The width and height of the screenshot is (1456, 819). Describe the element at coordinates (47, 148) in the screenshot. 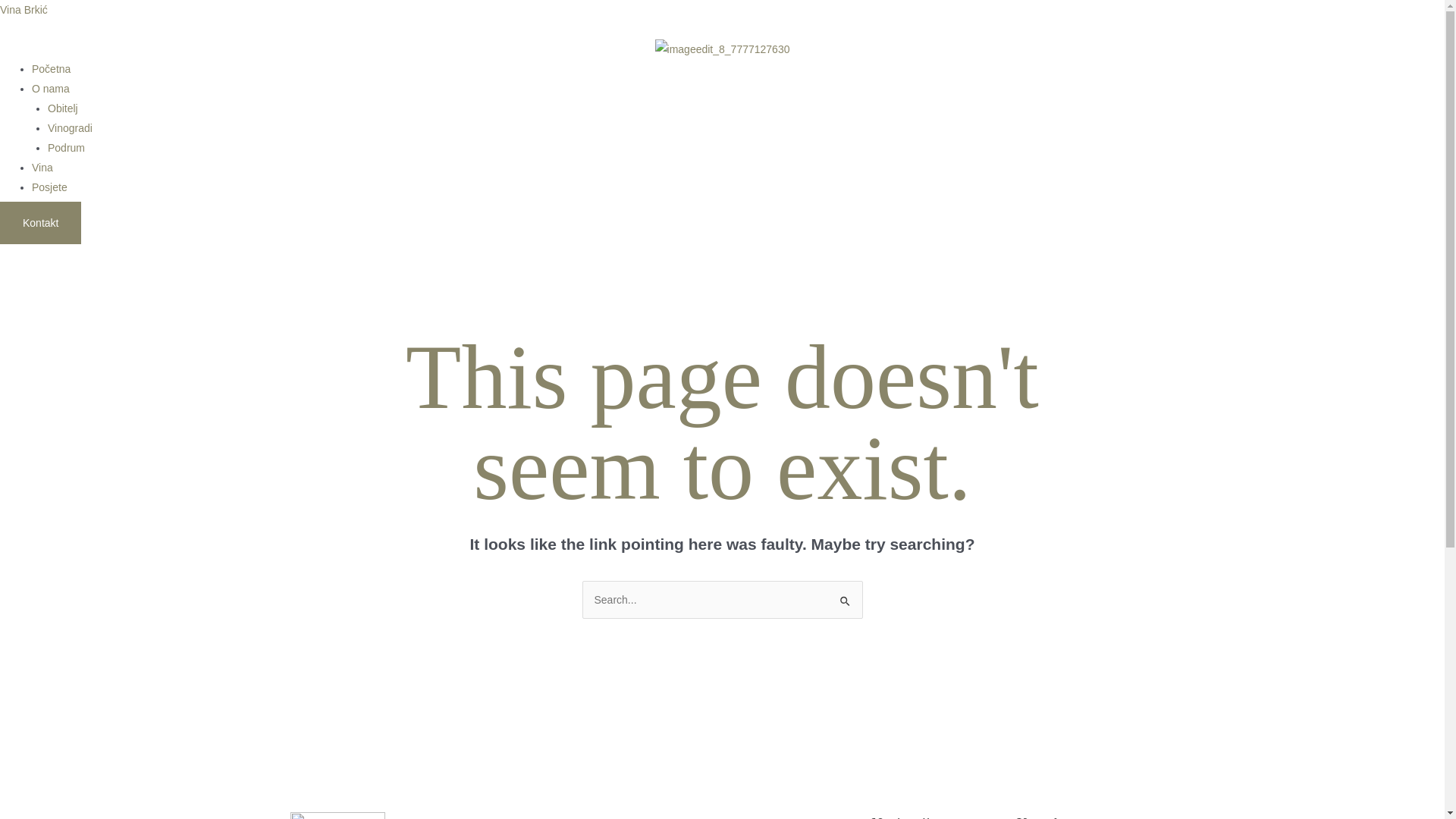

I see `'Podrum'` at that location.